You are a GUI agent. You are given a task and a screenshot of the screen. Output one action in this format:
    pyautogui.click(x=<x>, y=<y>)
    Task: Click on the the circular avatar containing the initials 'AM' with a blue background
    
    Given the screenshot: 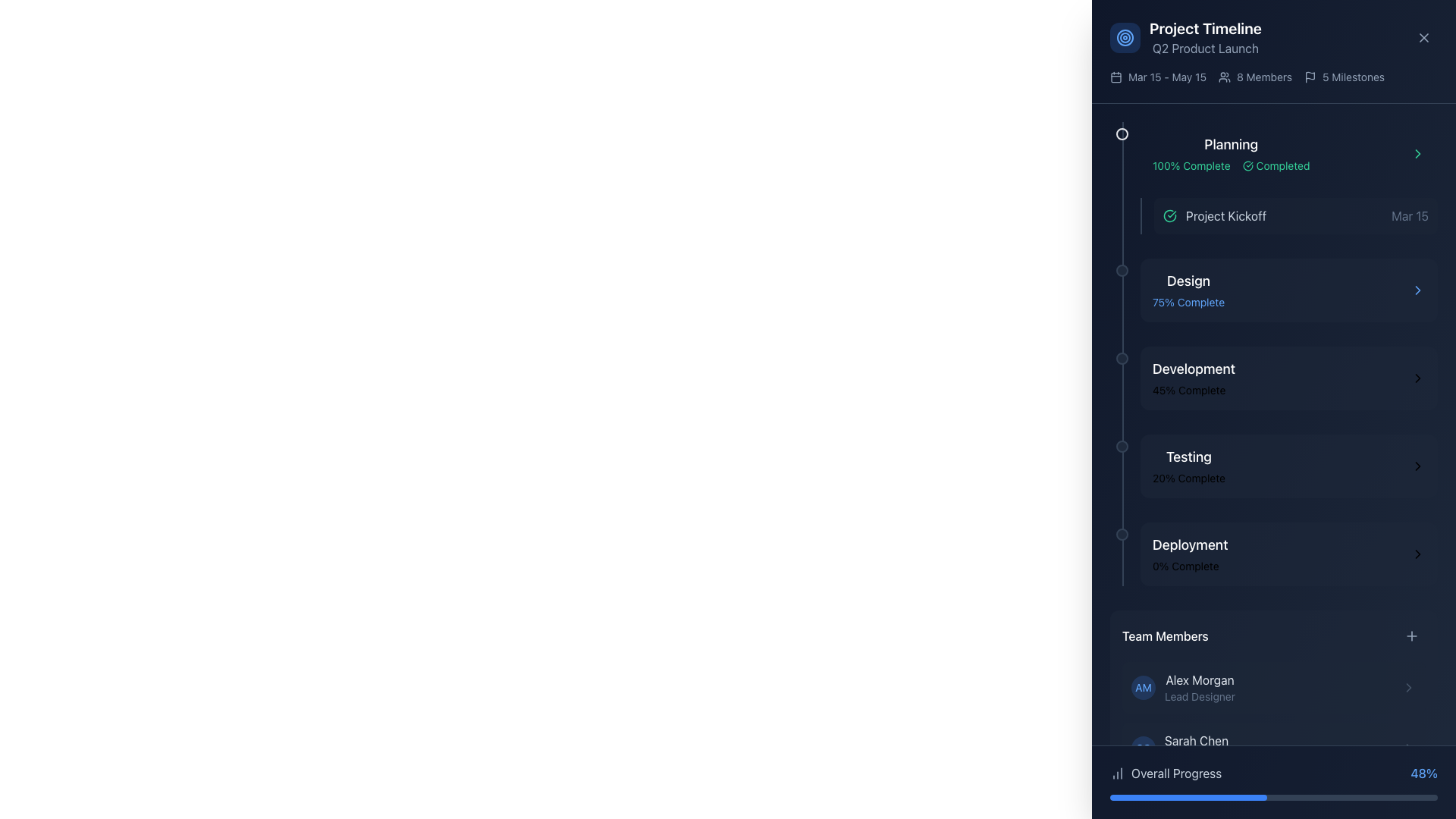 What is the action you would take?
    pyautogui.click(x=1182, y=687)
    